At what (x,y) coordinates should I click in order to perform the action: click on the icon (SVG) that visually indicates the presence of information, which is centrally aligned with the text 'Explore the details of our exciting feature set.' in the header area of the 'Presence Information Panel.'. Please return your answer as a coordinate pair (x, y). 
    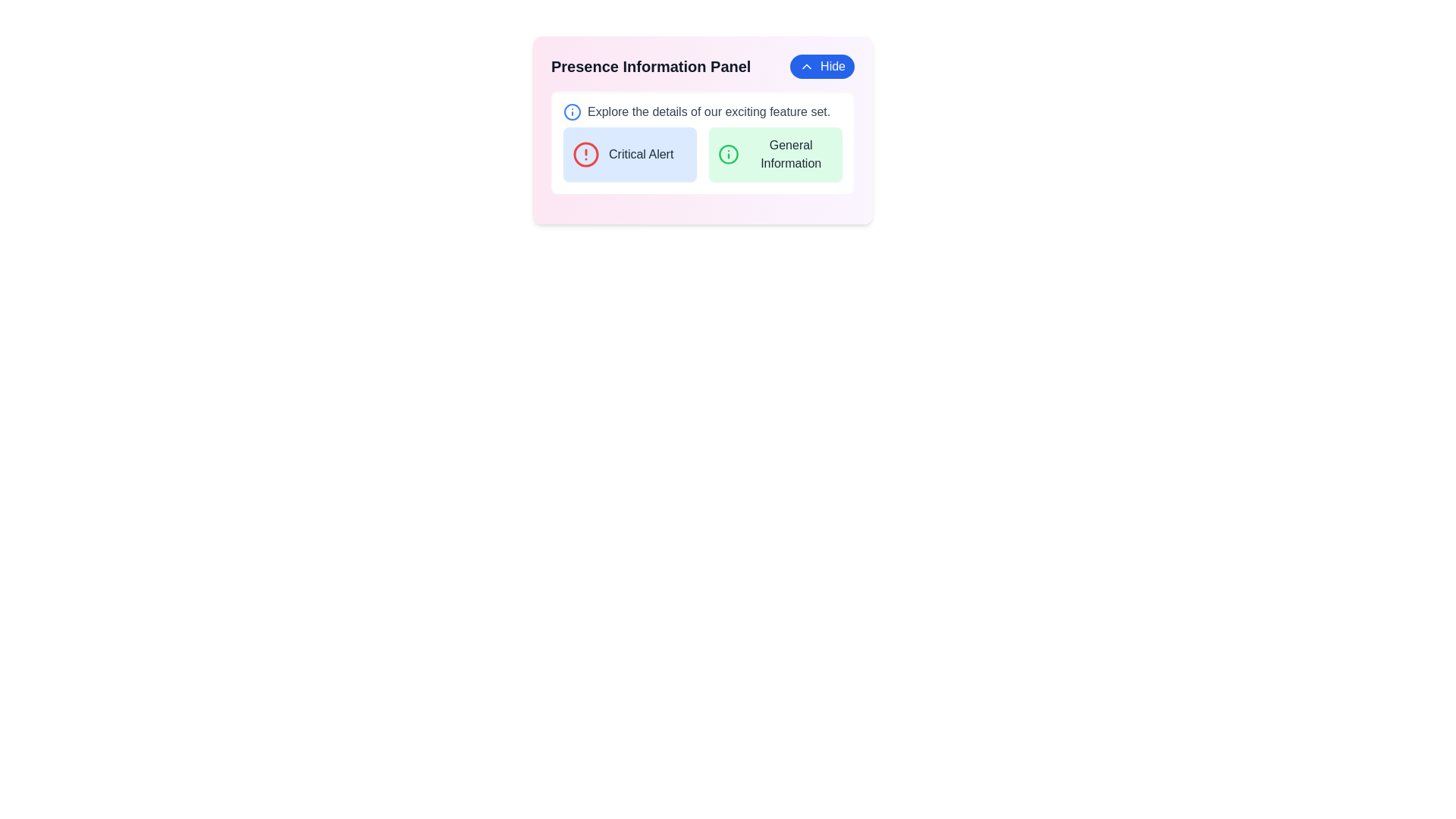
    Looking at the image, I should click on (571, 111).